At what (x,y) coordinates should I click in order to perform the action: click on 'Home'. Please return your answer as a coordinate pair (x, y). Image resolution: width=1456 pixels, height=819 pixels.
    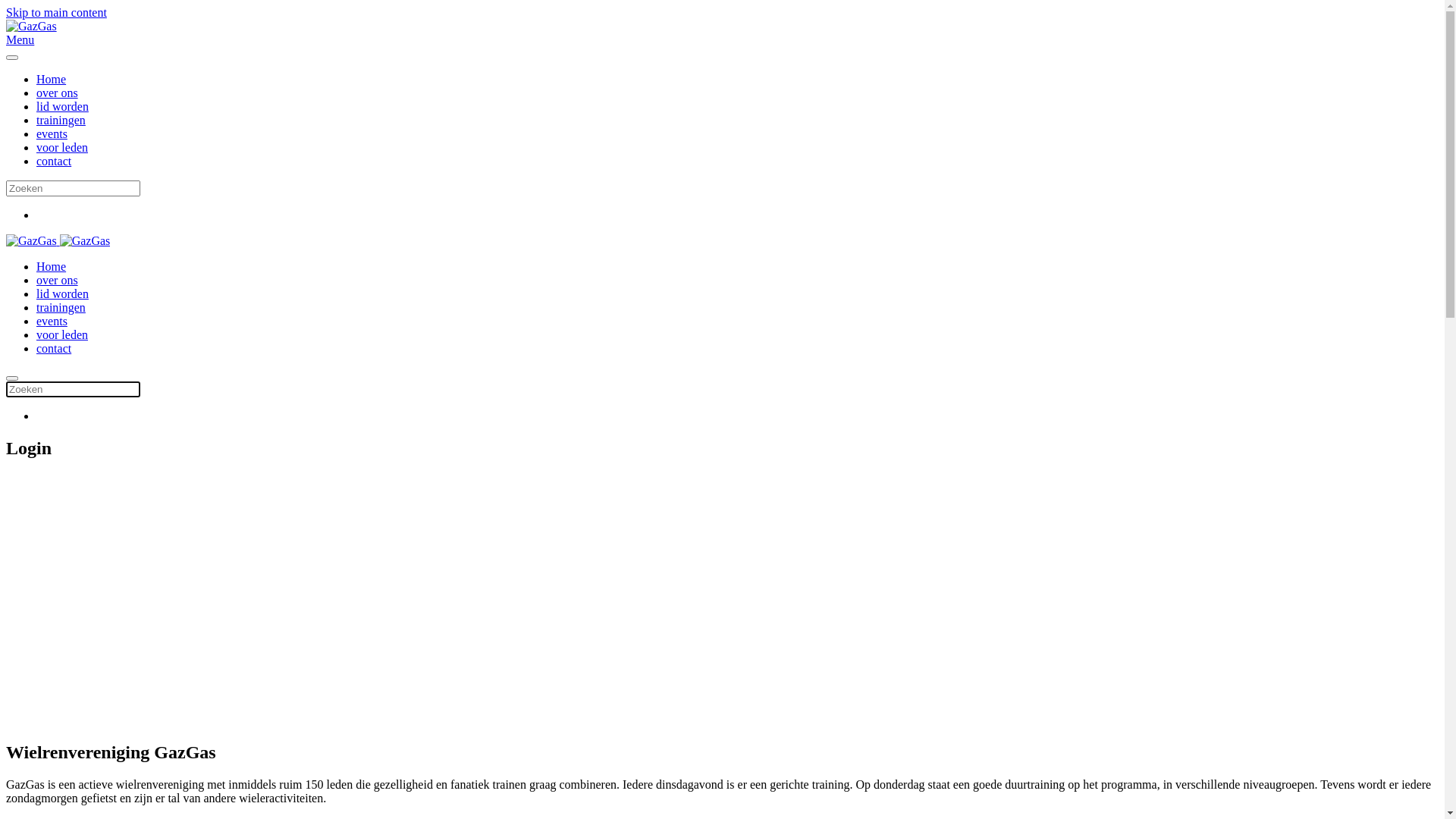
    Looking at the image, I should click on (51, 79).